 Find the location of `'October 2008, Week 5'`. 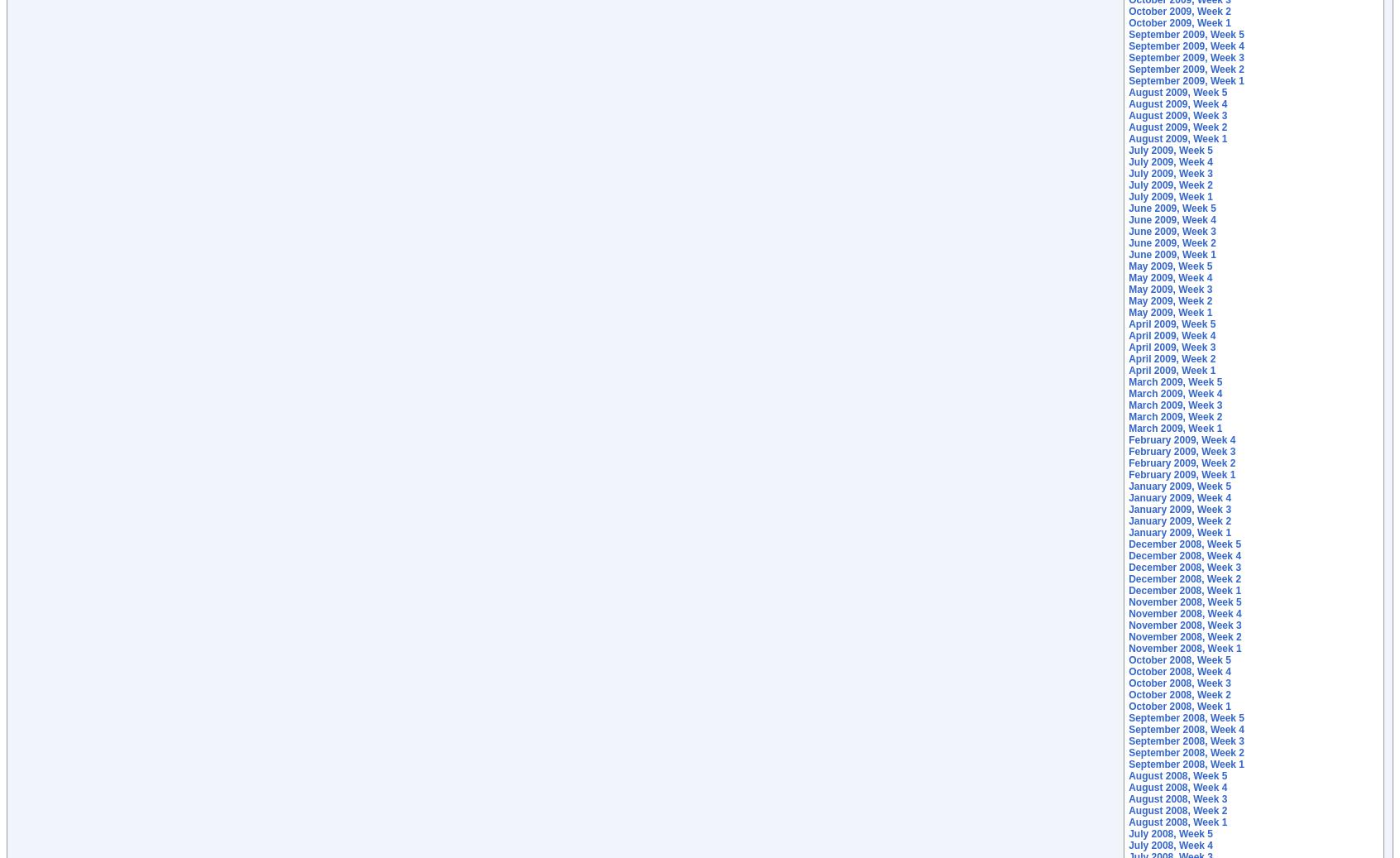

'October 2008, Week 5' is located at coordinates (1179, 659).